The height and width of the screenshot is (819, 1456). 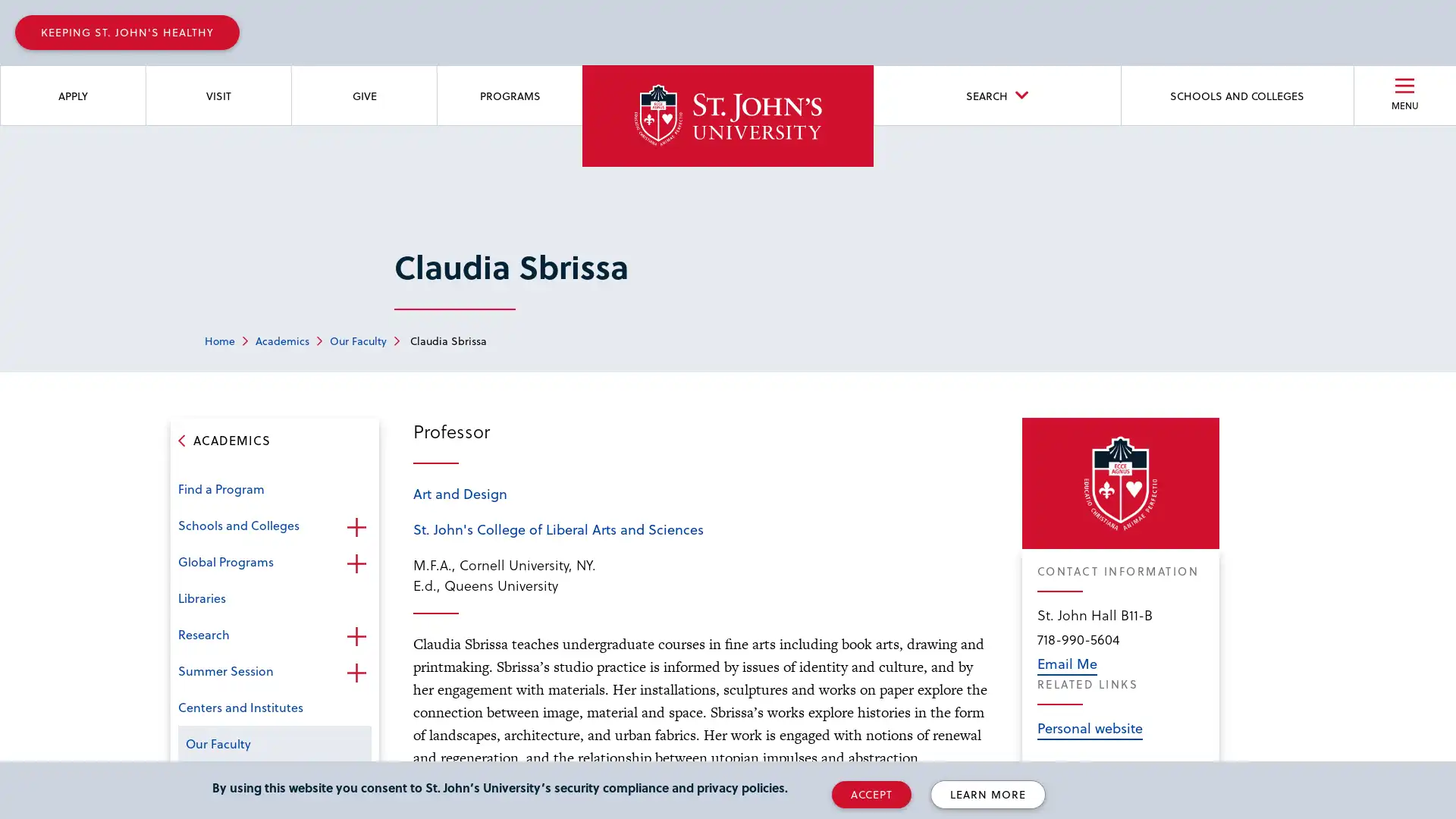 What do you see at coordinates (356, 563) in the screenshot?
I see `Open the sub-menu` at bounding box center [356, 563].